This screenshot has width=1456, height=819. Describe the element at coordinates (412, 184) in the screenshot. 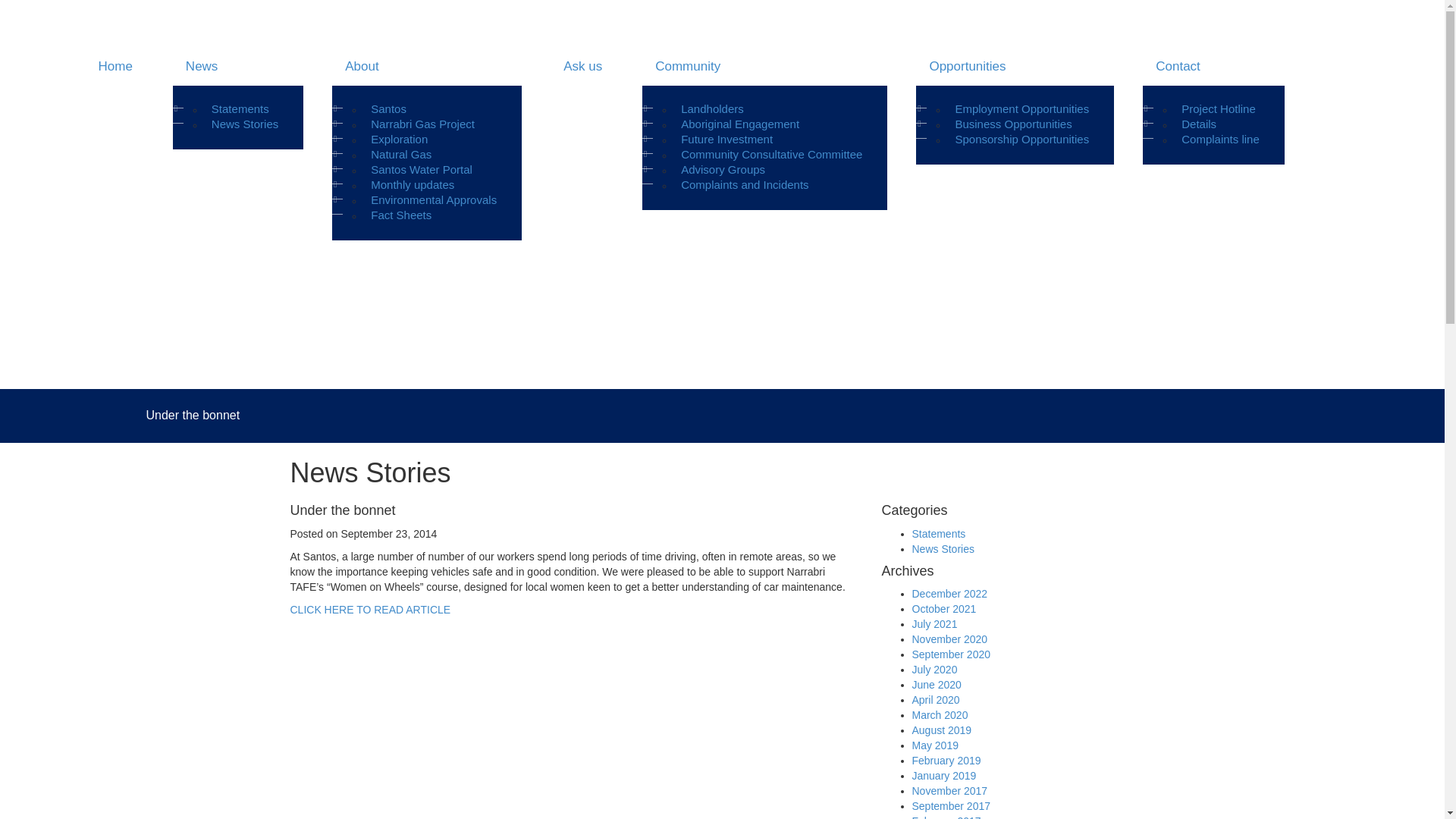

I see `'Monthly updates'` at that location.